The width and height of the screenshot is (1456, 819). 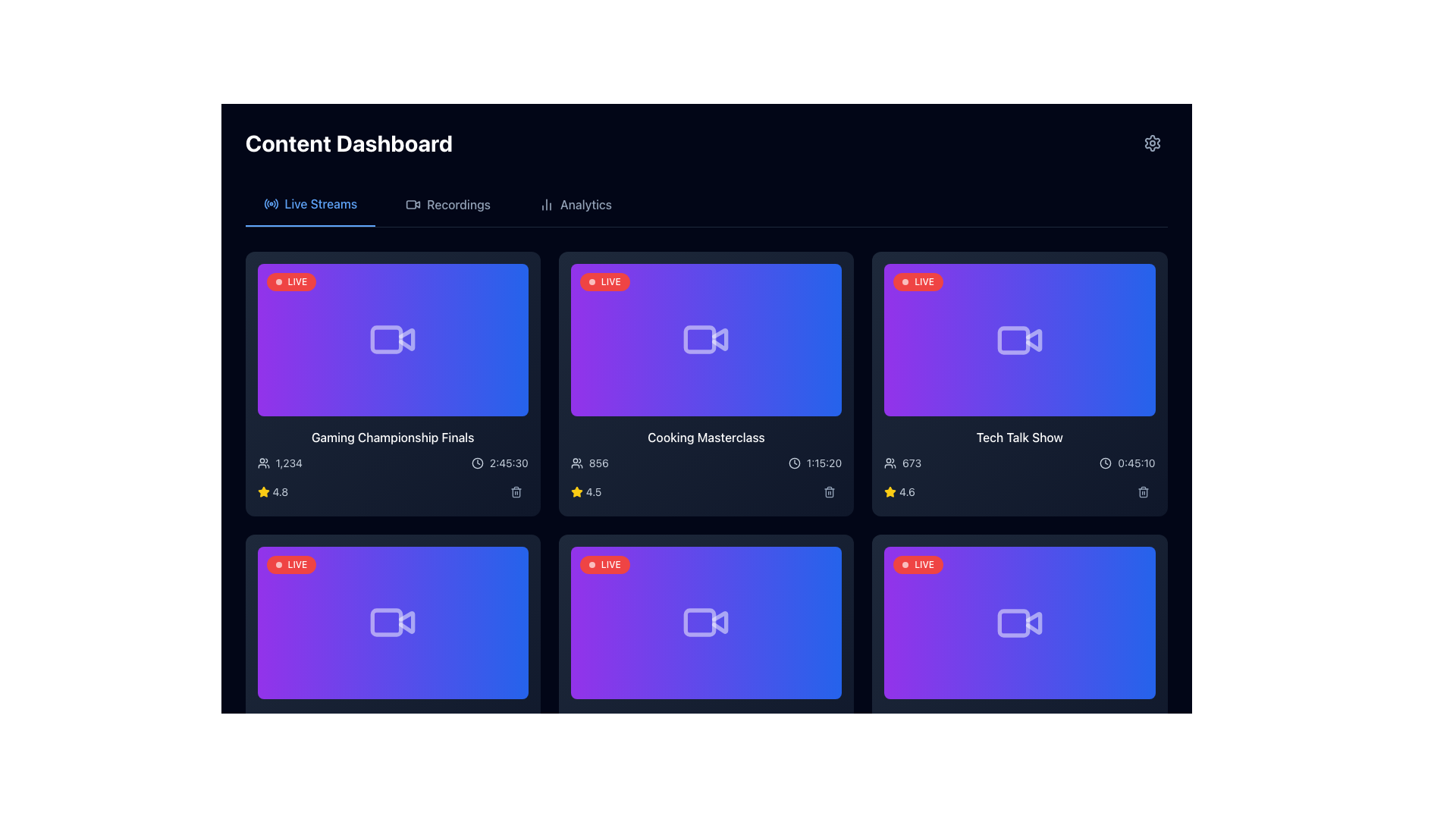 What do you see at coordinates (829, 491) in the screenshot?
I see `the delete button located at the bottom right corner of the 'Cooking Masterclass' video card` at bounding box center [829, 491].